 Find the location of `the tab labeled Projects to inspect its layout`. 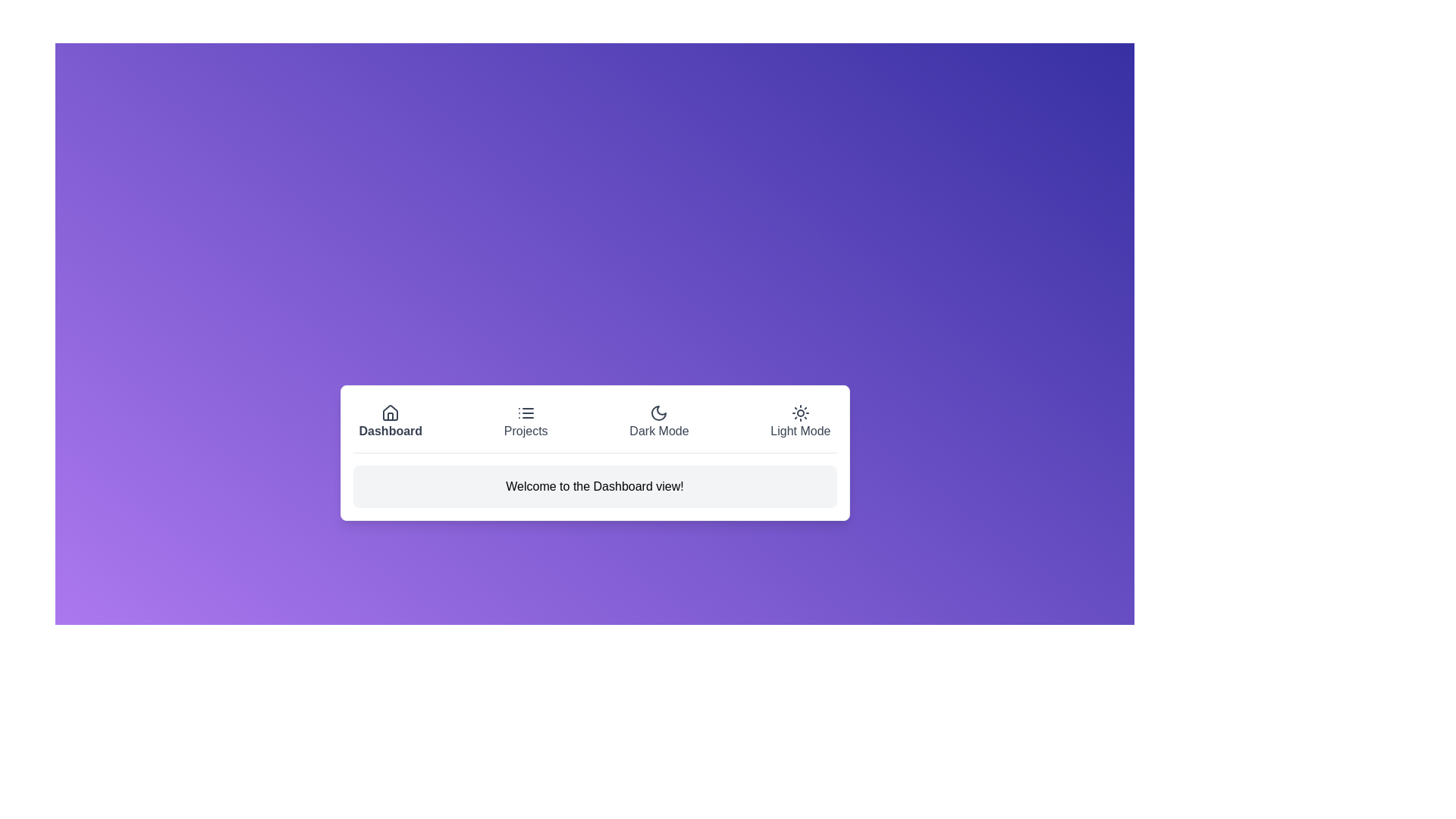

the tab labeled Projects to inspect its layout is located at coordinates (525, 421).